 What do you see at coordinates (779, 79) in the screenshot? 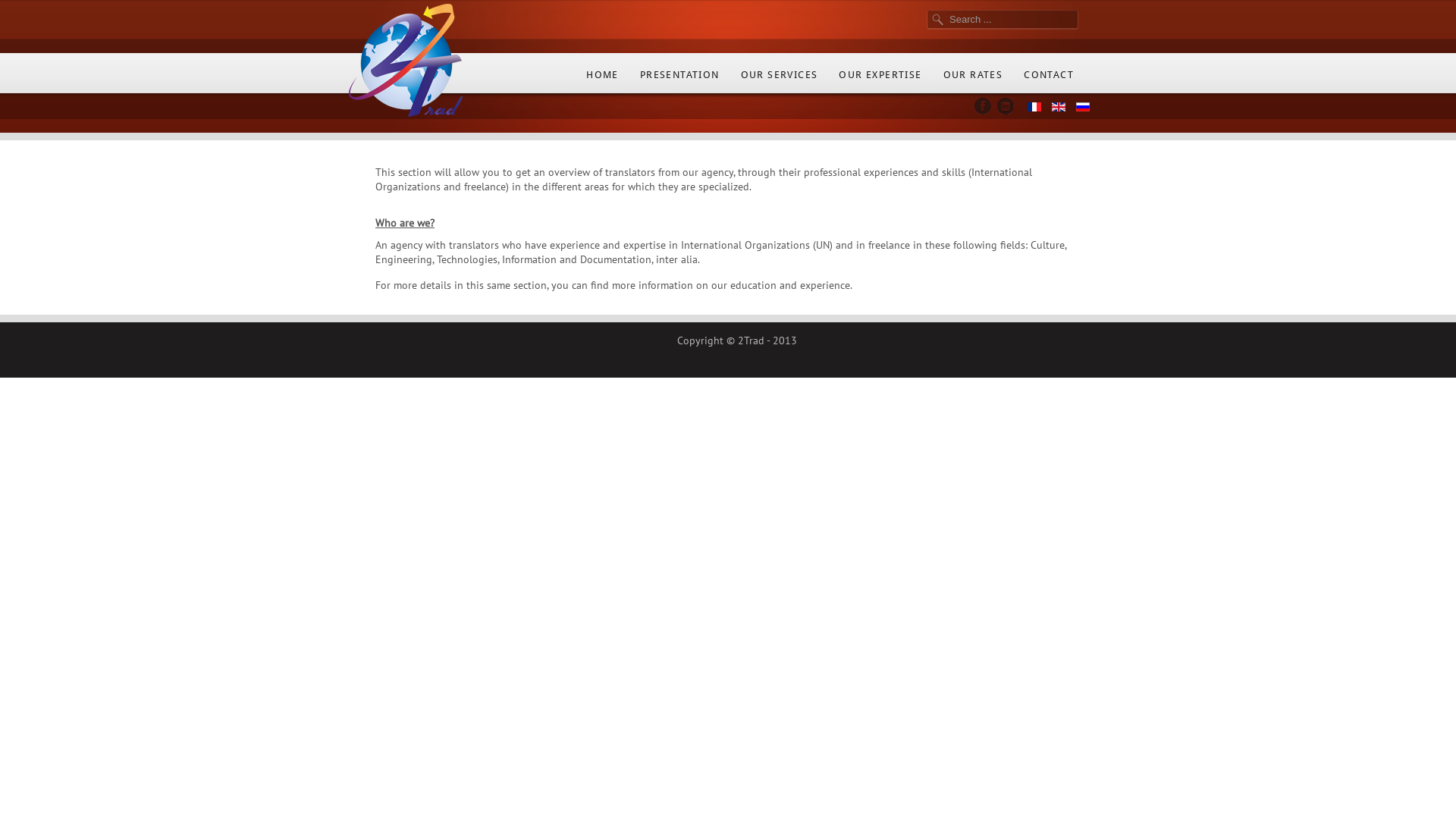
I see `'OUR SERVICES'` at bounding box center [779, 79].